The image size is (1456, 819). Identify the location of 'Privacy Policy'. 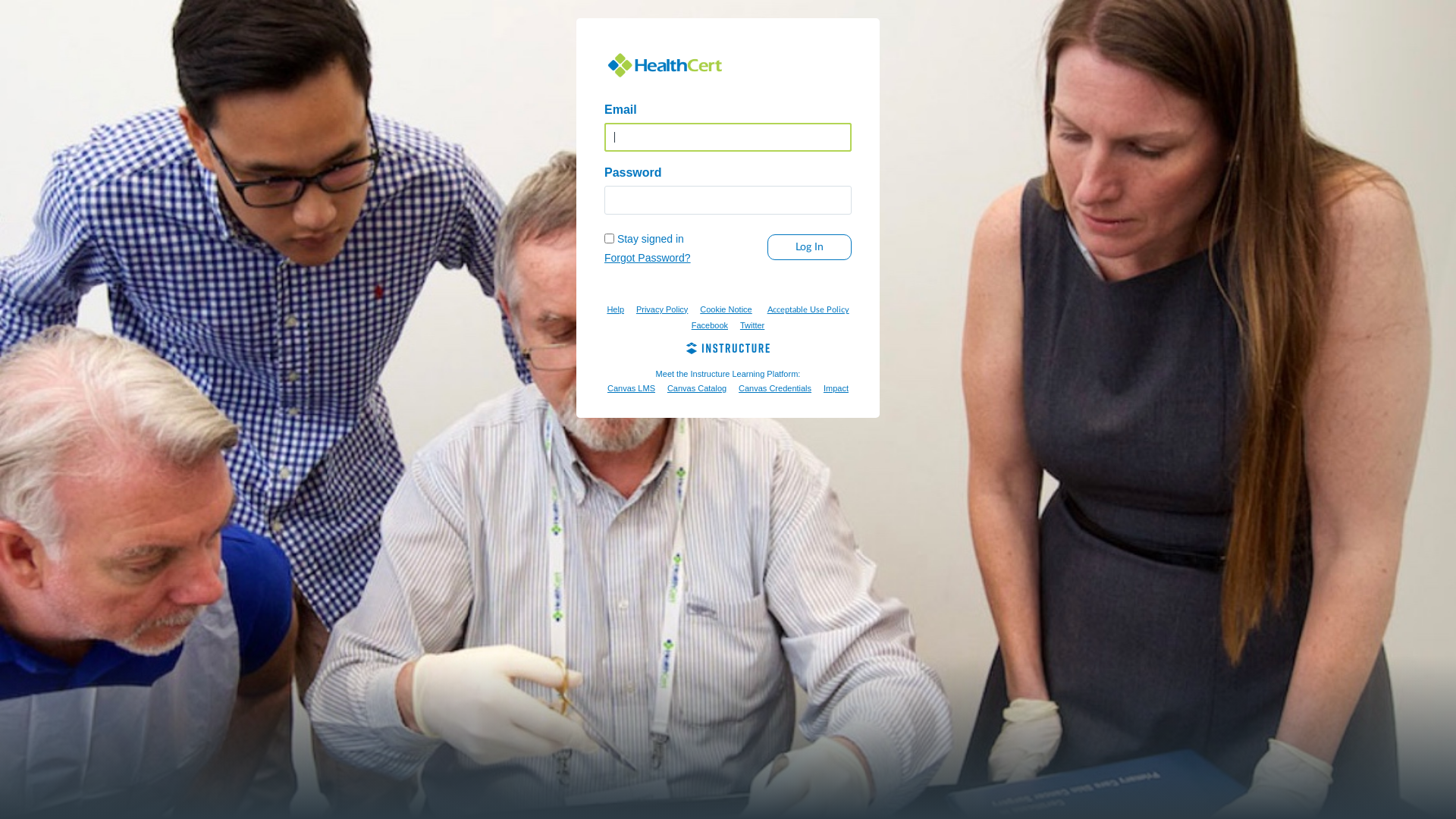
(662, 309).